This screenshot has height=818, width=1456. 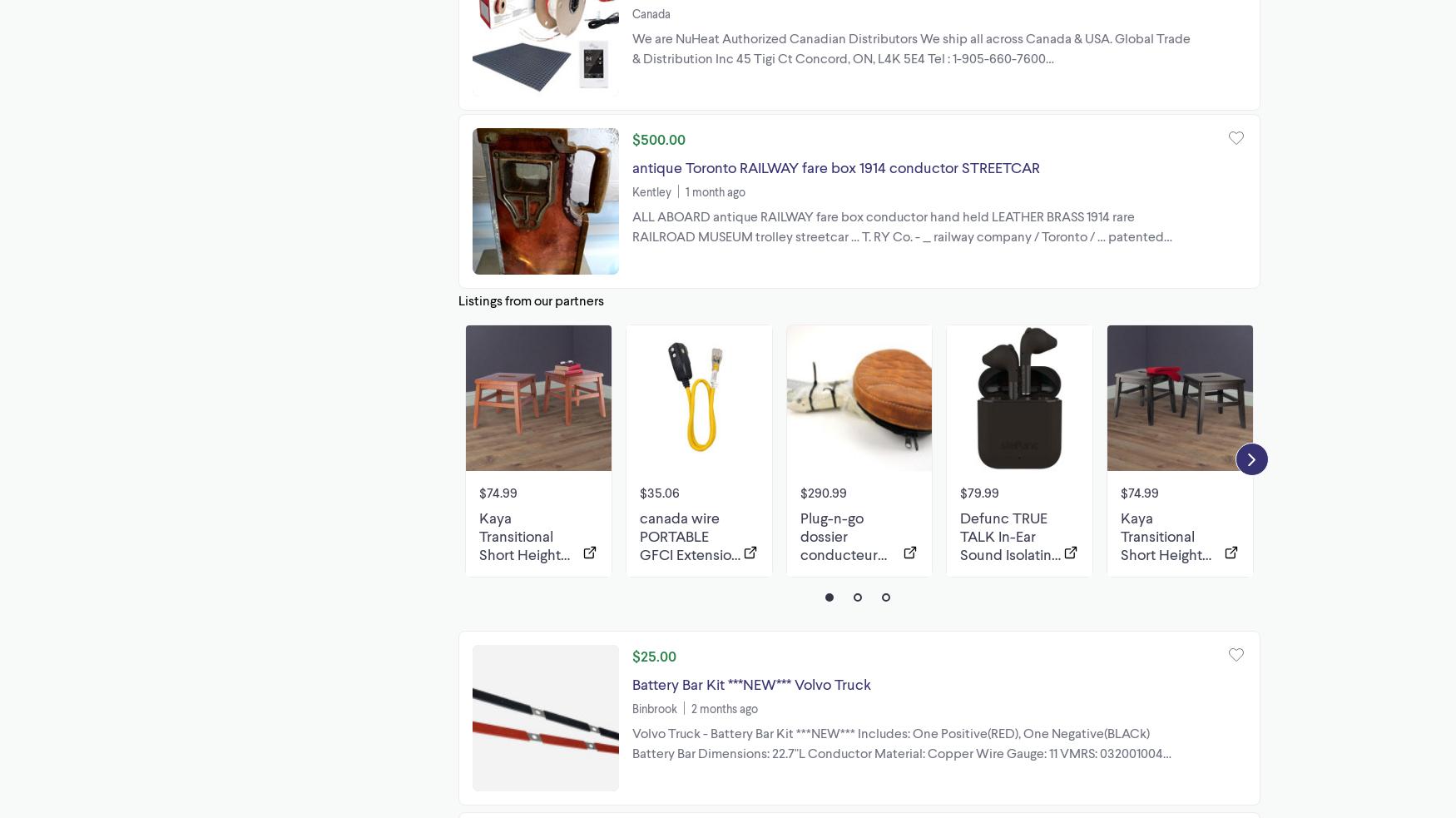 What do you see at coordinates (822, 491) in the screenshot?
I see `'$290.99'` at bounding box center [822, 491].